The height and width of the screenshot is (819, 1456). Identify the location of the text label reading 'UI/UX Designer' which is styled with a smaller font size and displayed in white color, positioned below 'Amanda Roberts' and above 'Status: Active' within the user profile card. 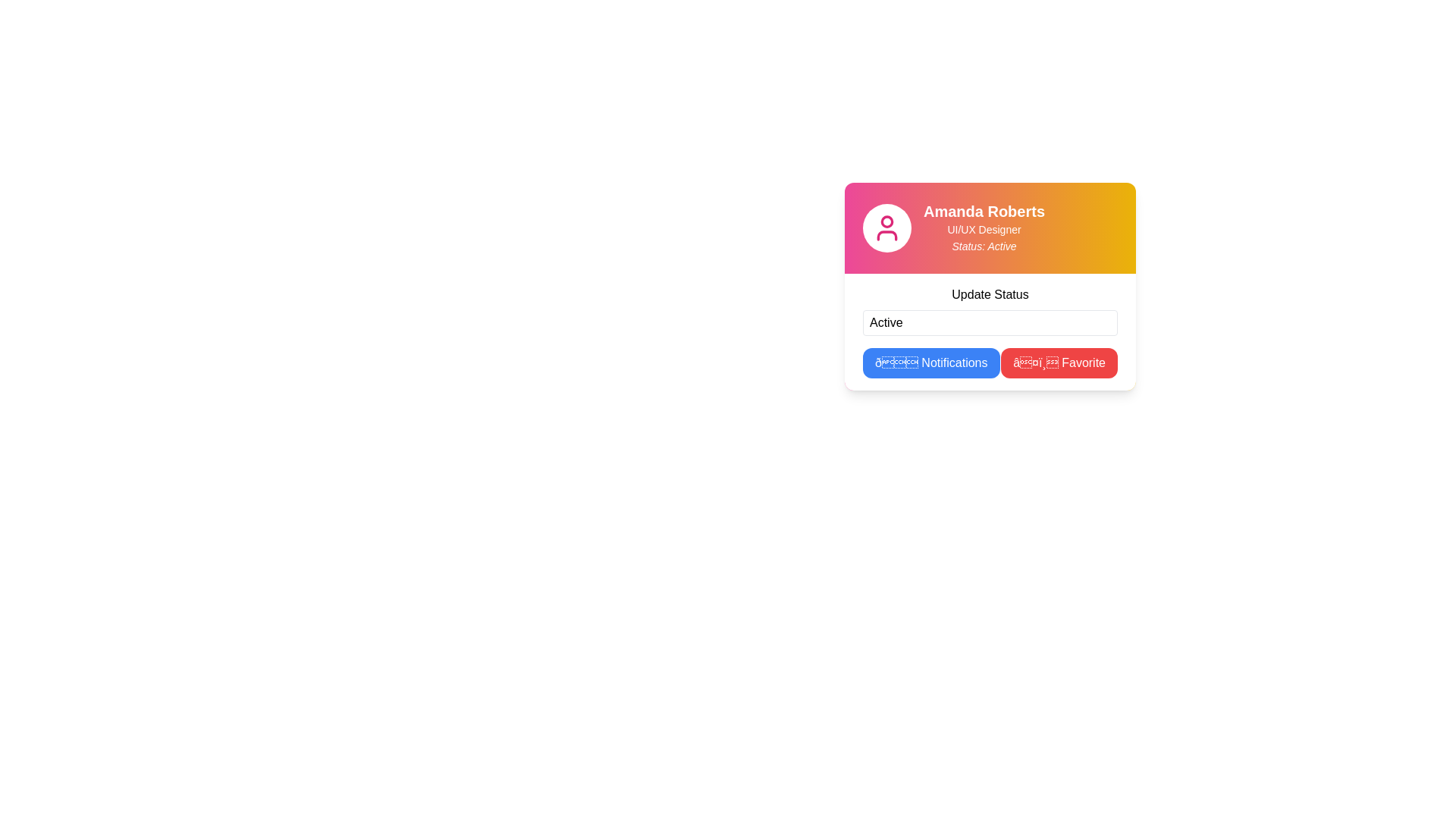
(984, 230).